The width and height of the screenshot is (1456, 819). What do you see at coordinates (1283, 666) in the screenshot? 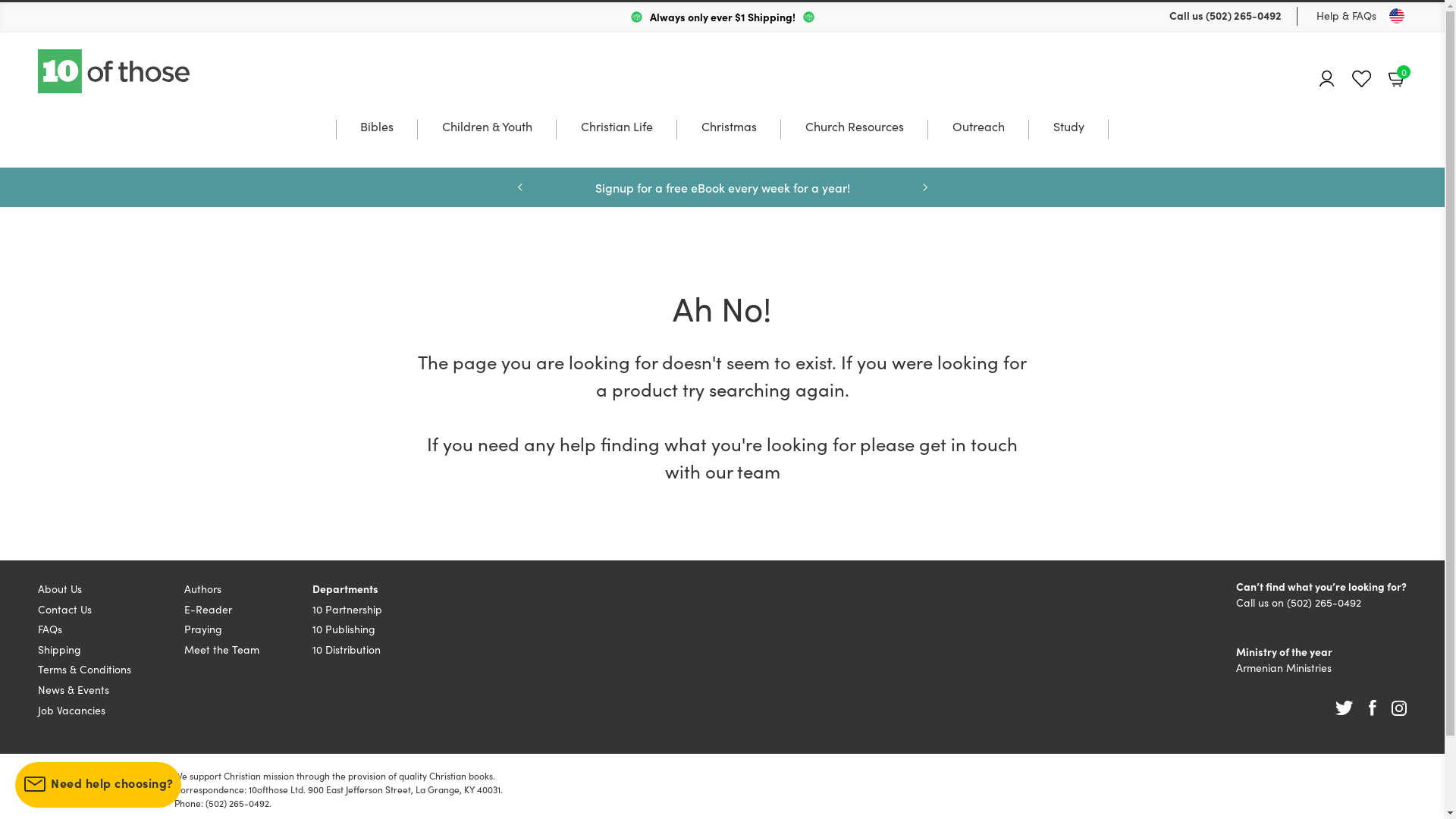
I see `'Armenian Ministries'` at bounding box center [1283, 666].